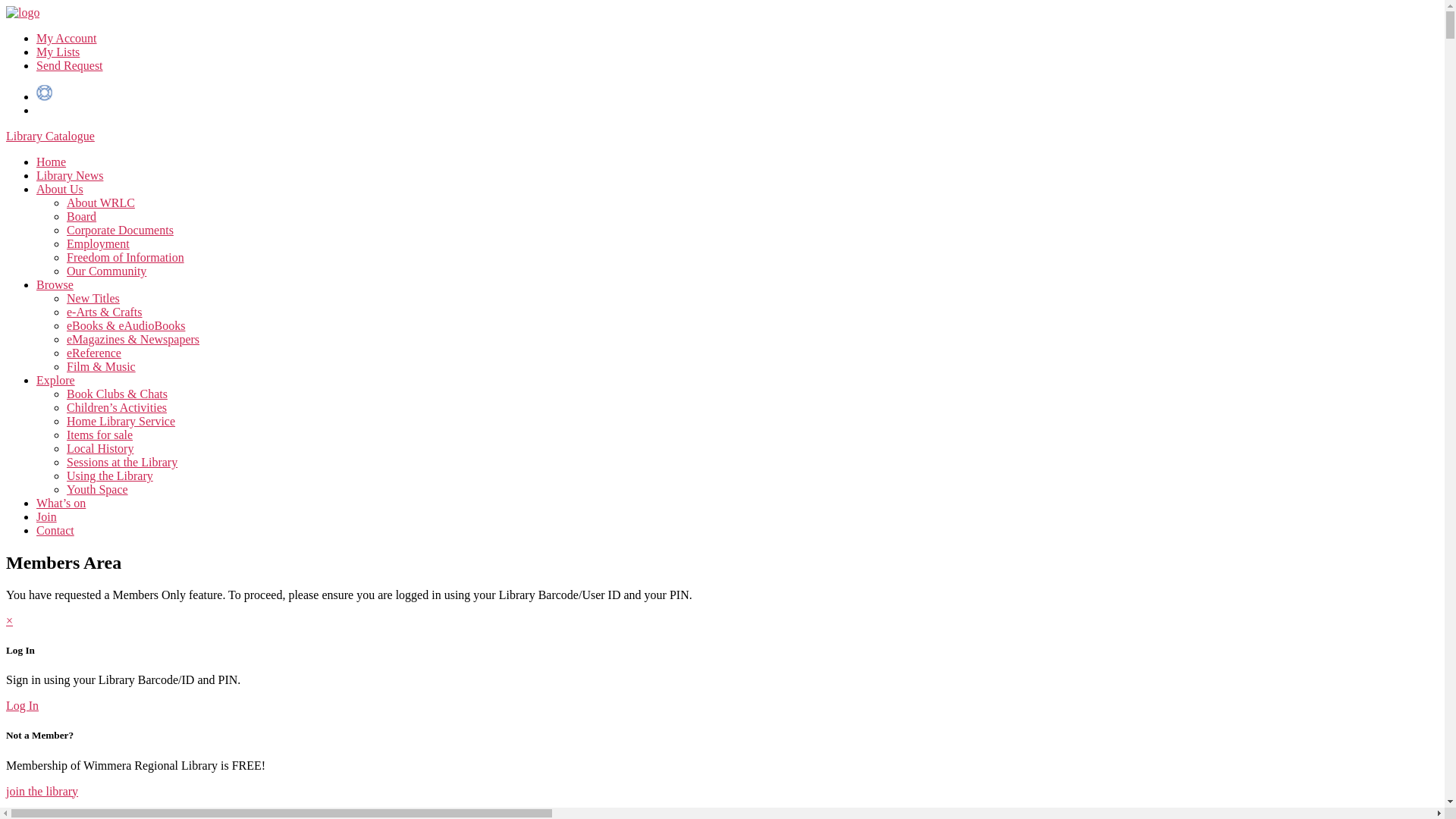 The image size is (1456, 819). What do you see at coordinates (58, 51) in the screenshot?
I see `'My Lists'` at bounding box center [58, 51].